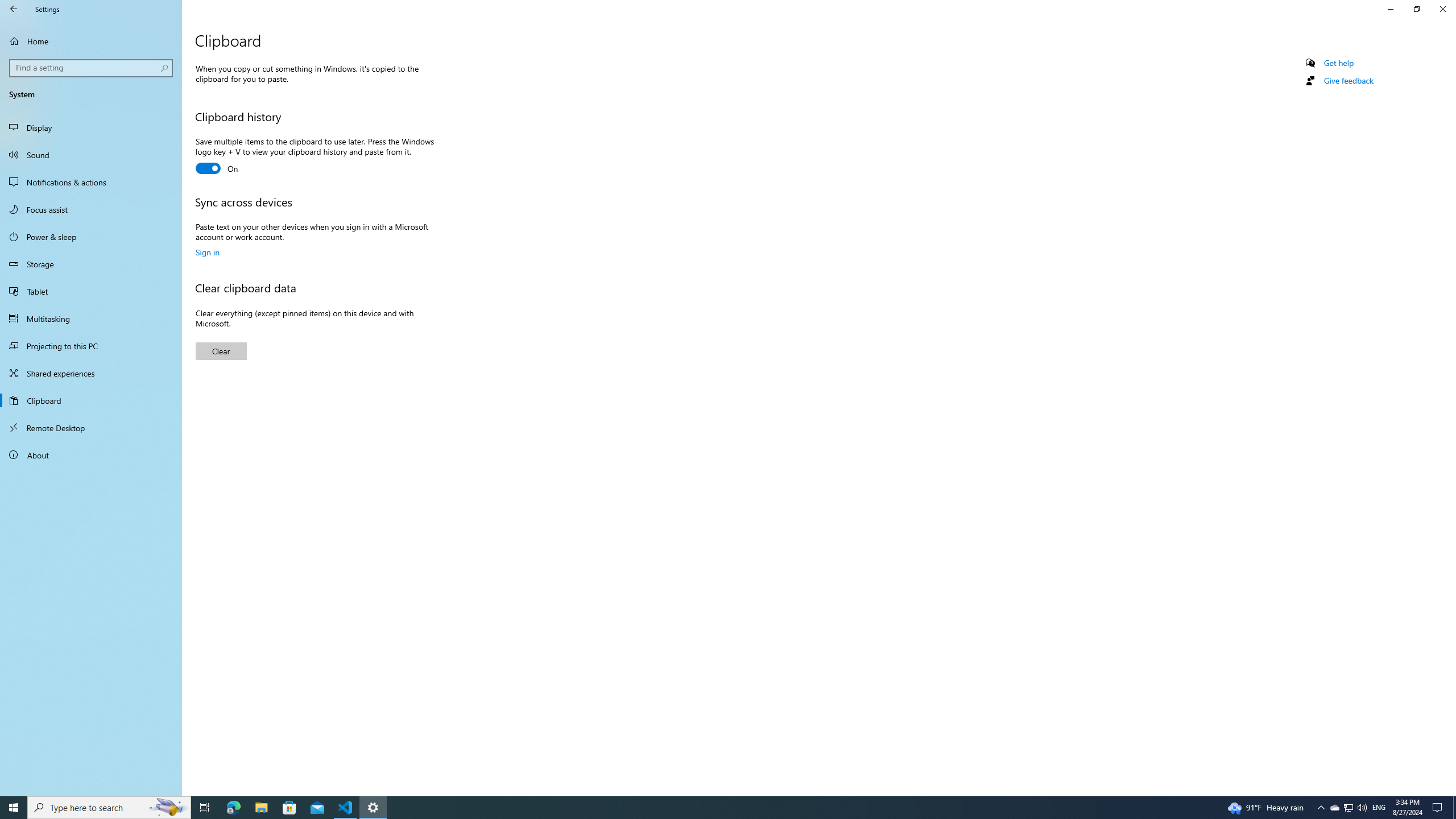 The height and width of the screenshot is (819, 1456). I want to click on 'Home', so click(90, 41).